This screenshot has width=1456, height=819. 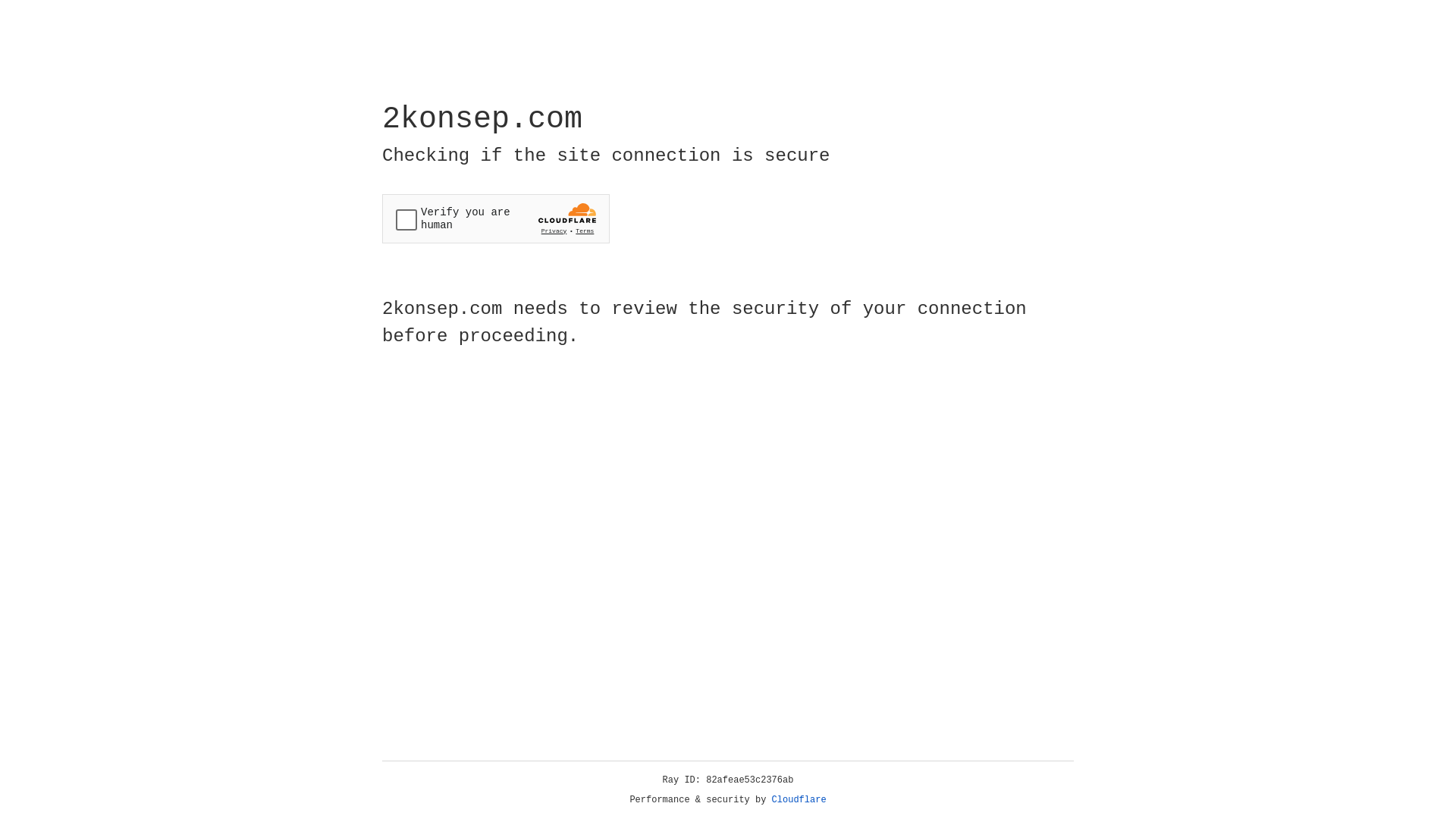 What do you see at coordinates (799, 799) in the screenshot?
I see `'Cloudflare'` at bounding box center [799, 799].